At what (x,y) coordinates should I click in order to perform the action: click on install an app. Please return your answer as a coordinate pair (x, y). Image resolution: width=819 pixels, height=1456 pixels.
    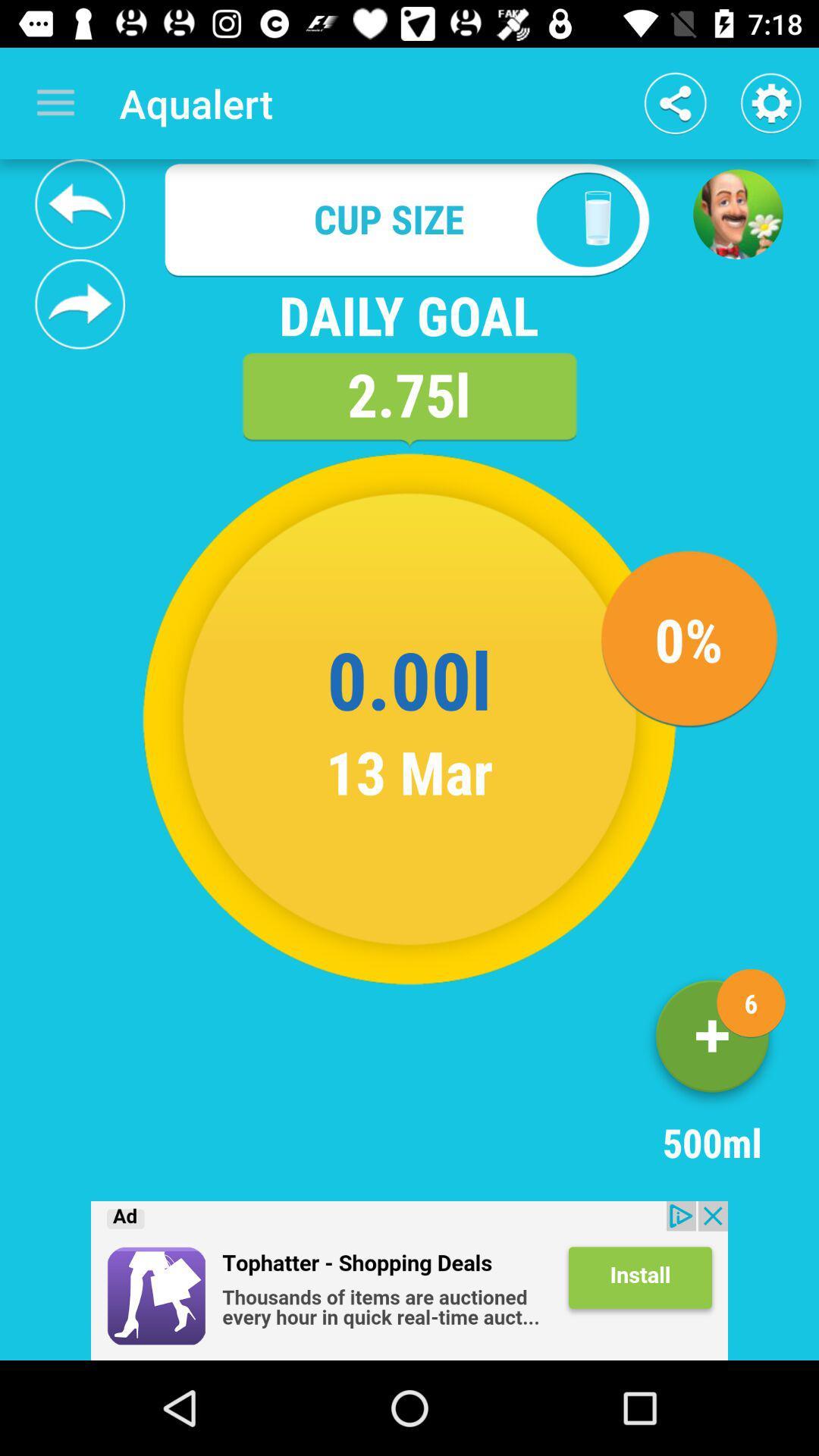
    Looking at the image, I should click on (409, 1280).